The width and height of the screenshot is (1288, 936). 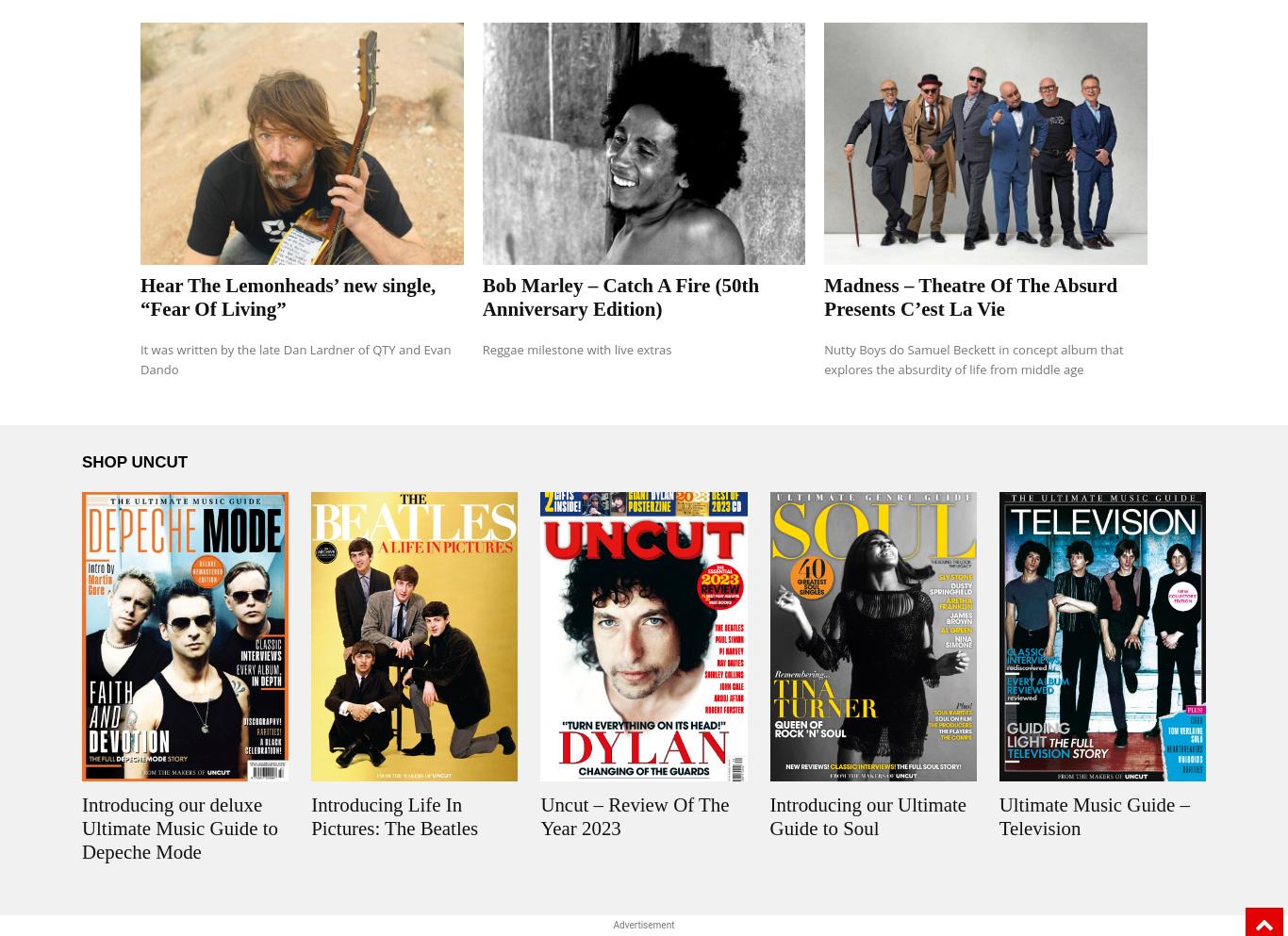 I want to click on 'Nutty Boys do Samuel Beckett in concept album that explores the absurdity of life from middle age', so click(x=972, y=359).